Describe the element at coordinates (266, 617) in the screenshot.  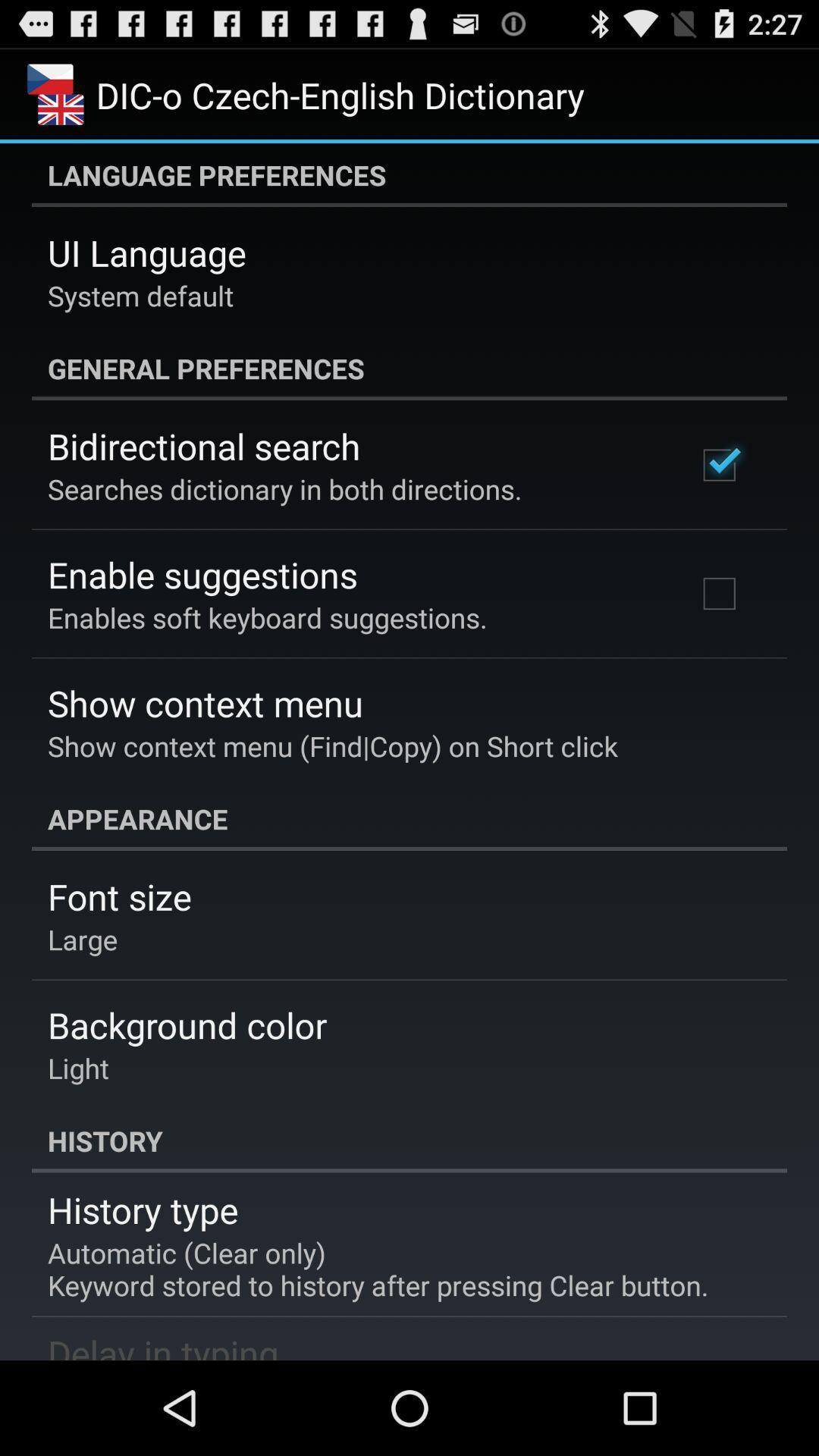
I see `the app below the enable suggestions app` at that location.